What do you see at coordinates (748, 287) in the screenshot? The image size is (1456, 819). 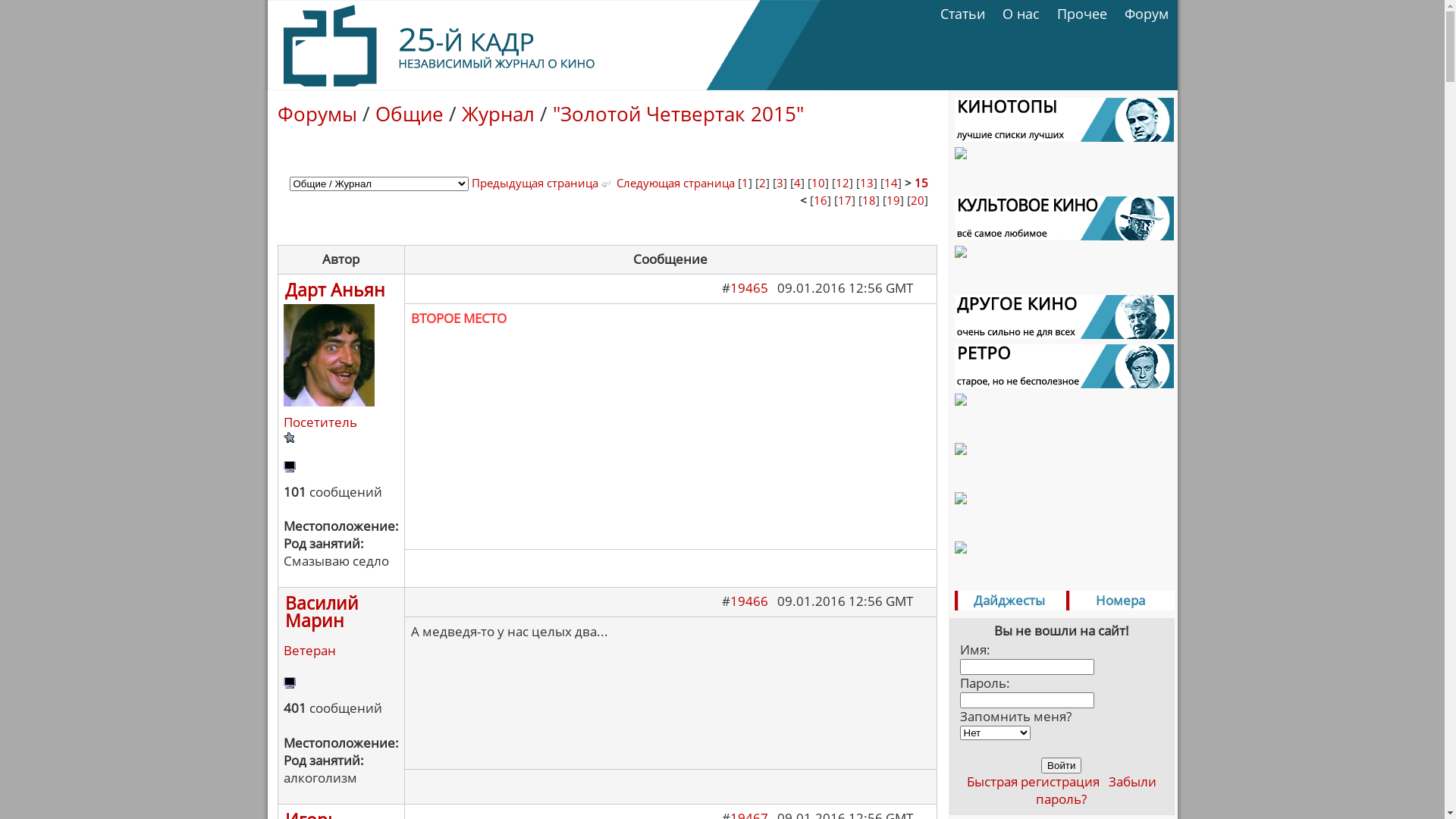 I see `'19465'` at bounding box center [748, 287].